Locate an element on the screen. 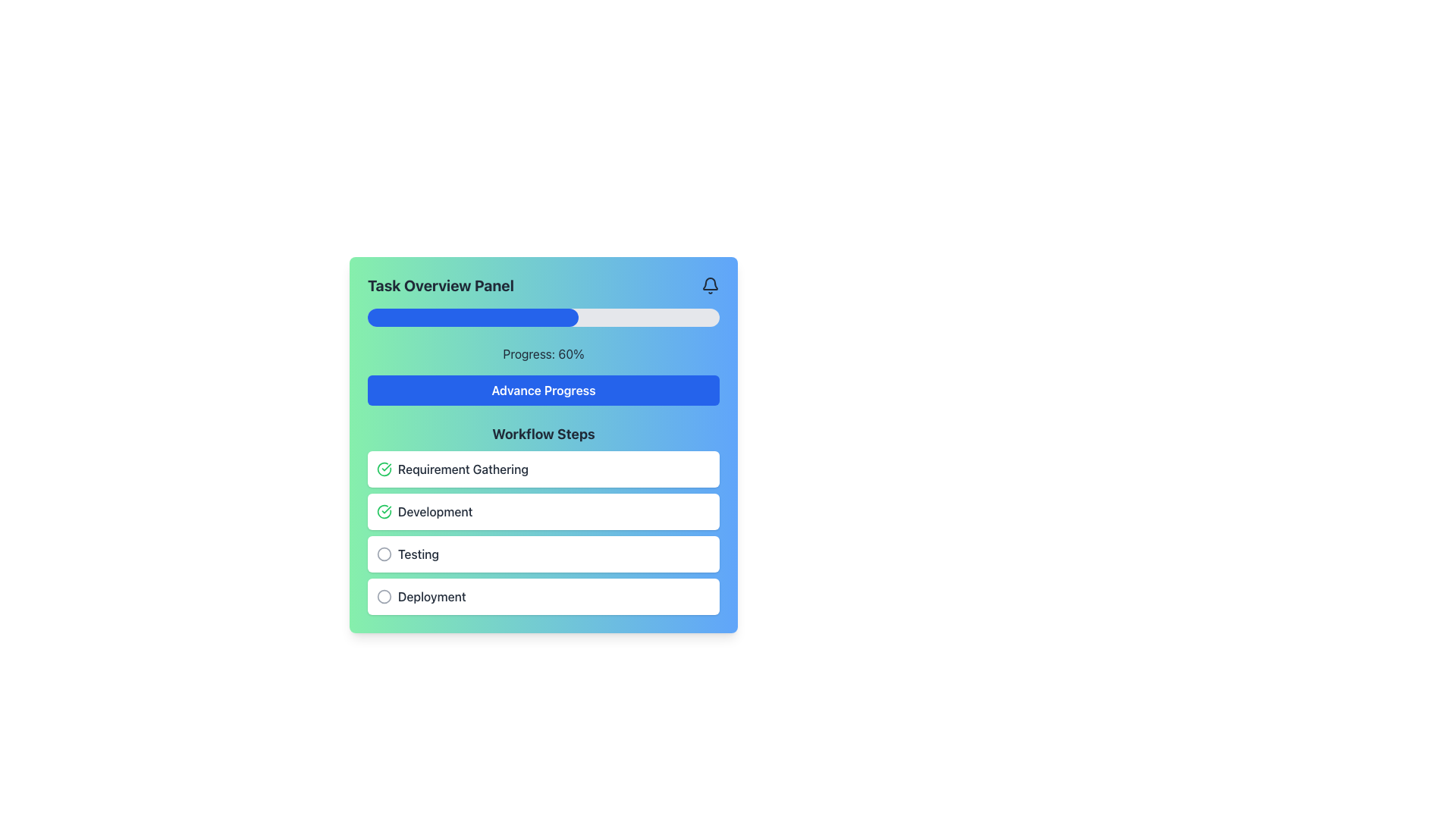 The image size is (1456, 819). the 'Testing' step card in the 'Workflow Steps' section is located at coordinates (543, 554).